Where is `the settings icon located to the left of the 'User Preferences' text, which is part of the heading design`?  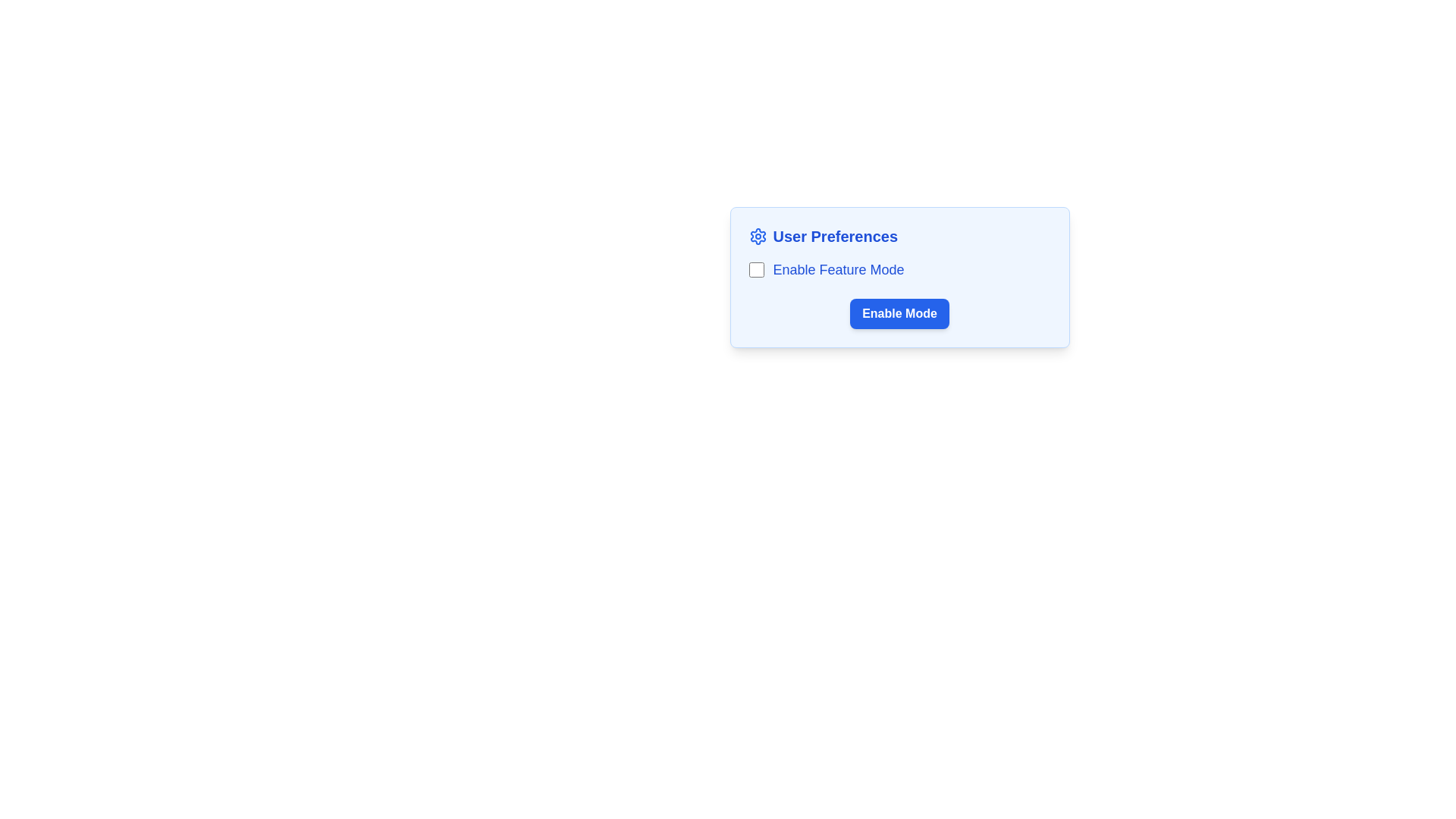
the settings icon located to the left of the 'User Preferences' text, which is part of the heading design is located at coordinates (758, 237).